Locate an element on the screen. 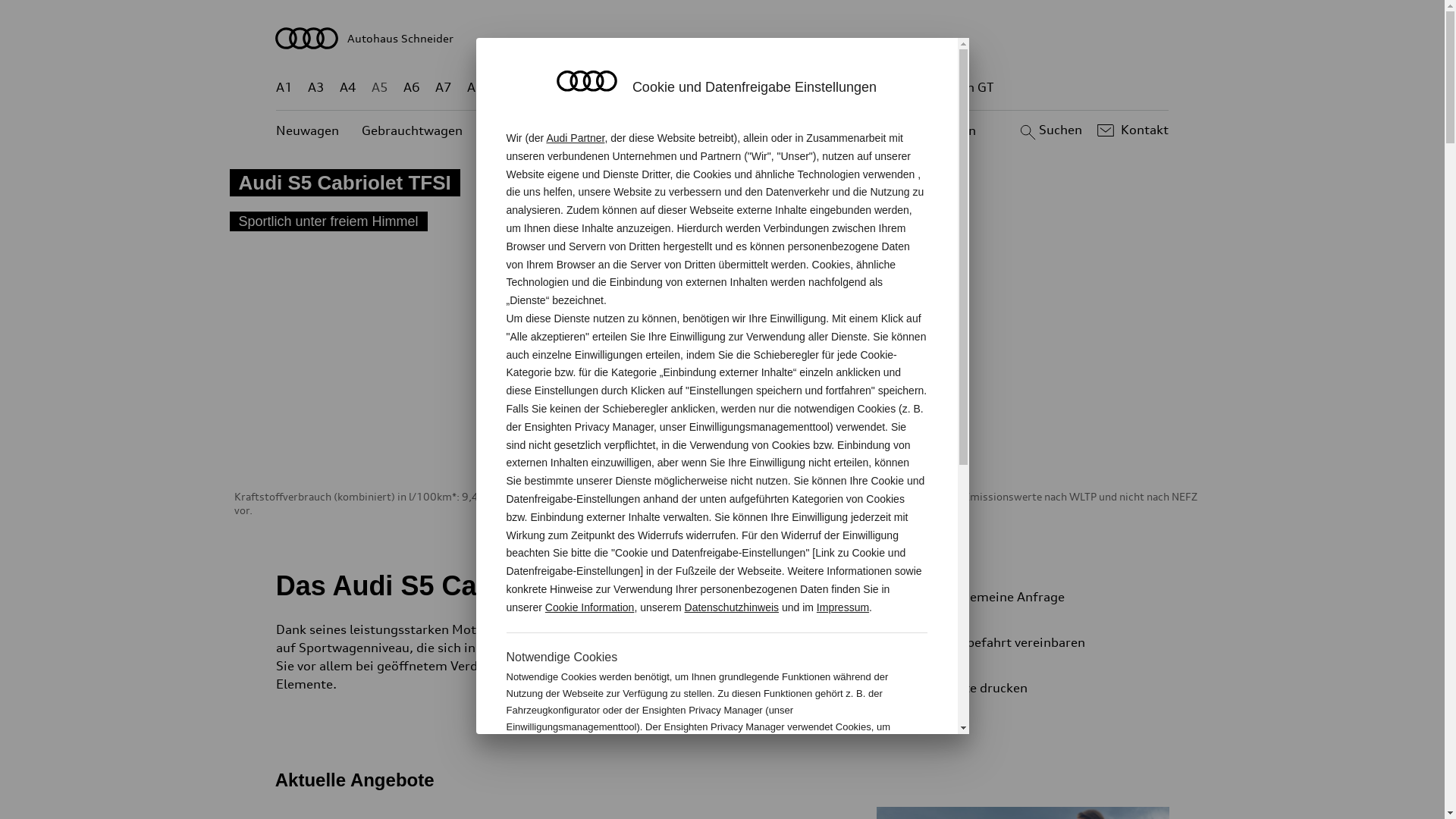 Image resolution: width=1456 pixels, height=819 pixels. 'Probefahrt vereinbaren' is located at coordinates (1037, 642).